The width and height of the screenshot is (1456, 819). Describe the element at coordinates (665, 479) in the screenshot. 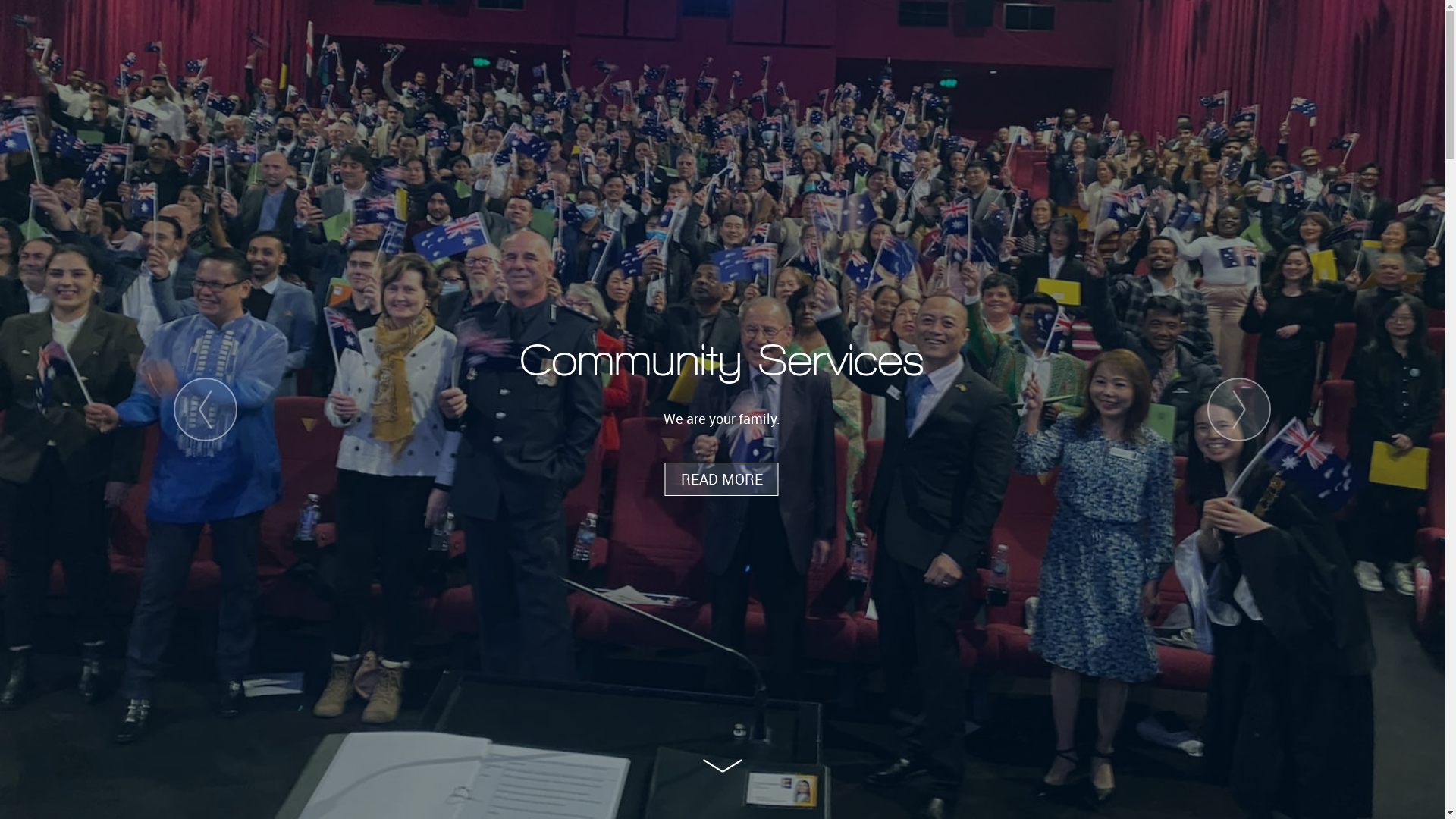

I see `'READ MORE'` at that location.